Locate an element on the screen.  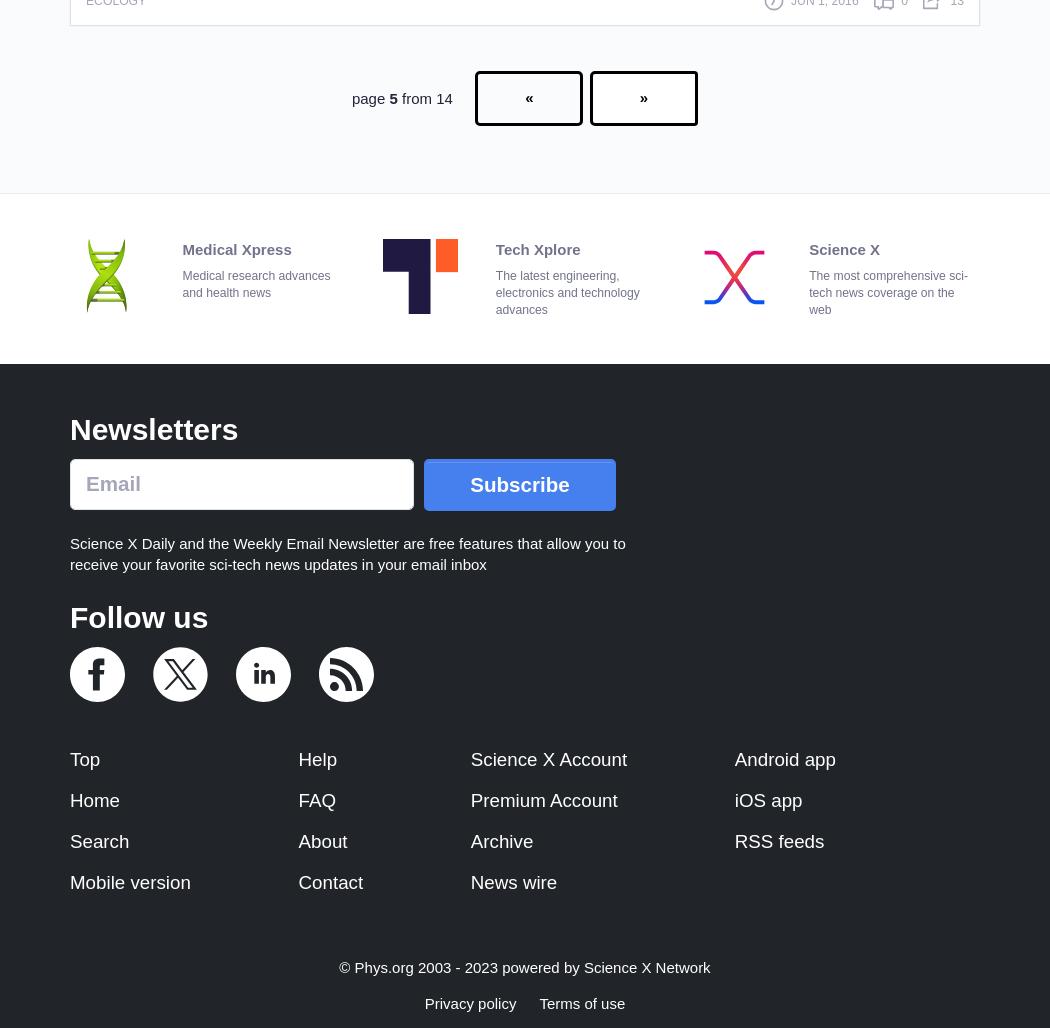
'Archive' is located at coordinates (500, 840).